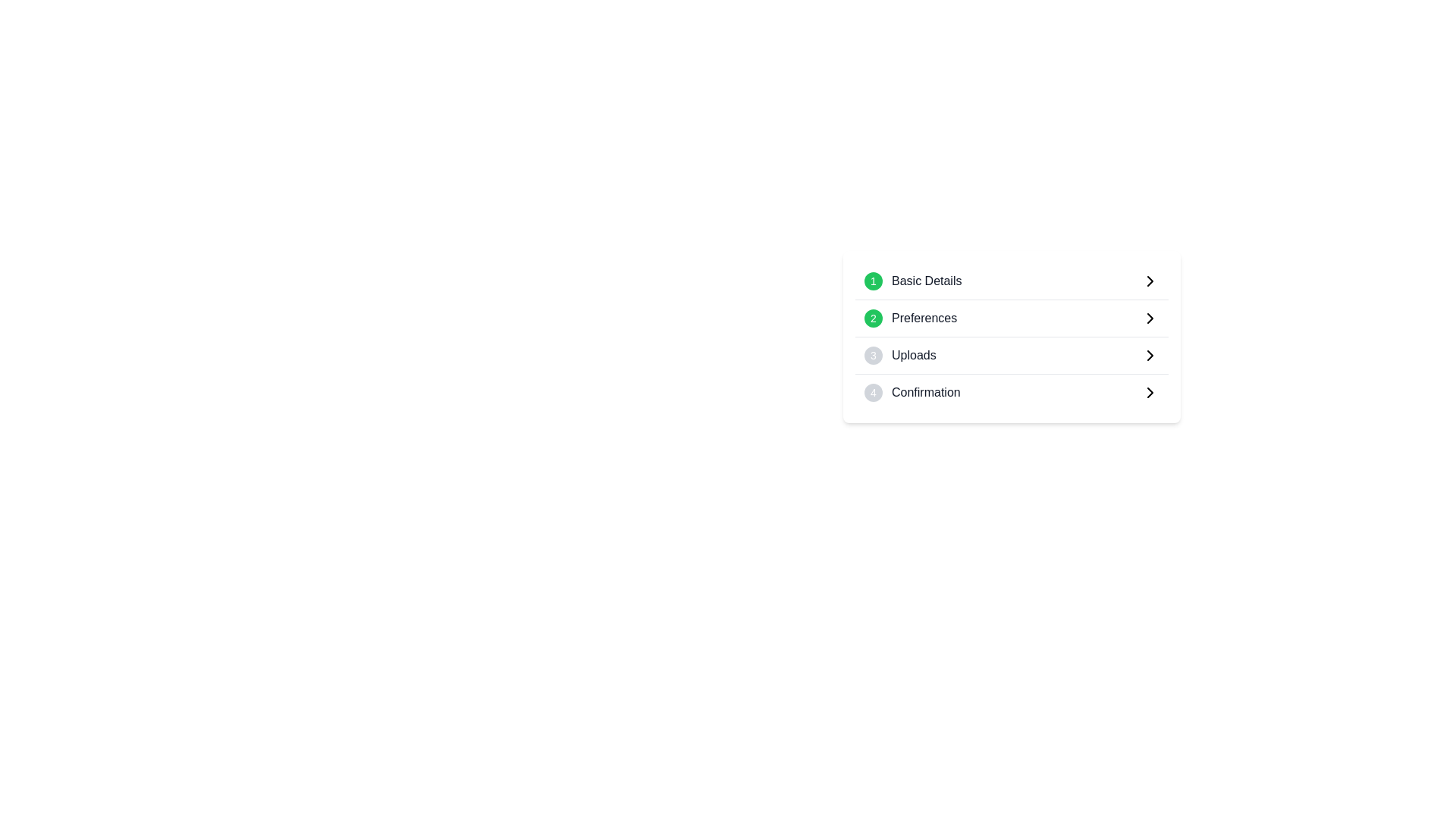  Describe the element at coordinates (910, 318) in the screenshot. I see `the Step indicator displaying '2 Preferences' with a green badge containing the number '2'` at that location.